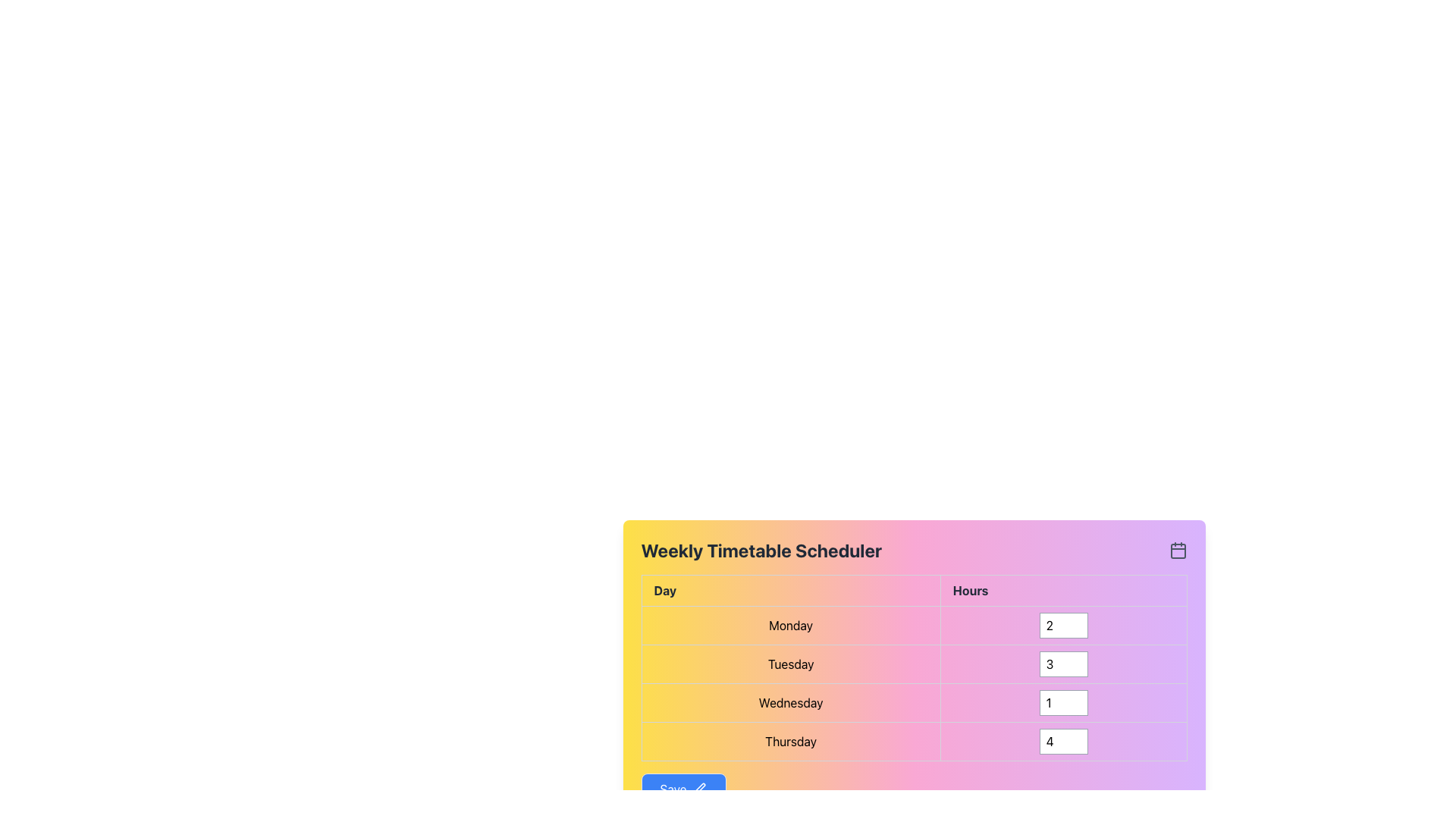  Describe the element at coordinates (790, 626) in the screenshot. I see `the static label representing 'Monday' in the schedule table, which is the first row under the 'Day' heading` at that location.